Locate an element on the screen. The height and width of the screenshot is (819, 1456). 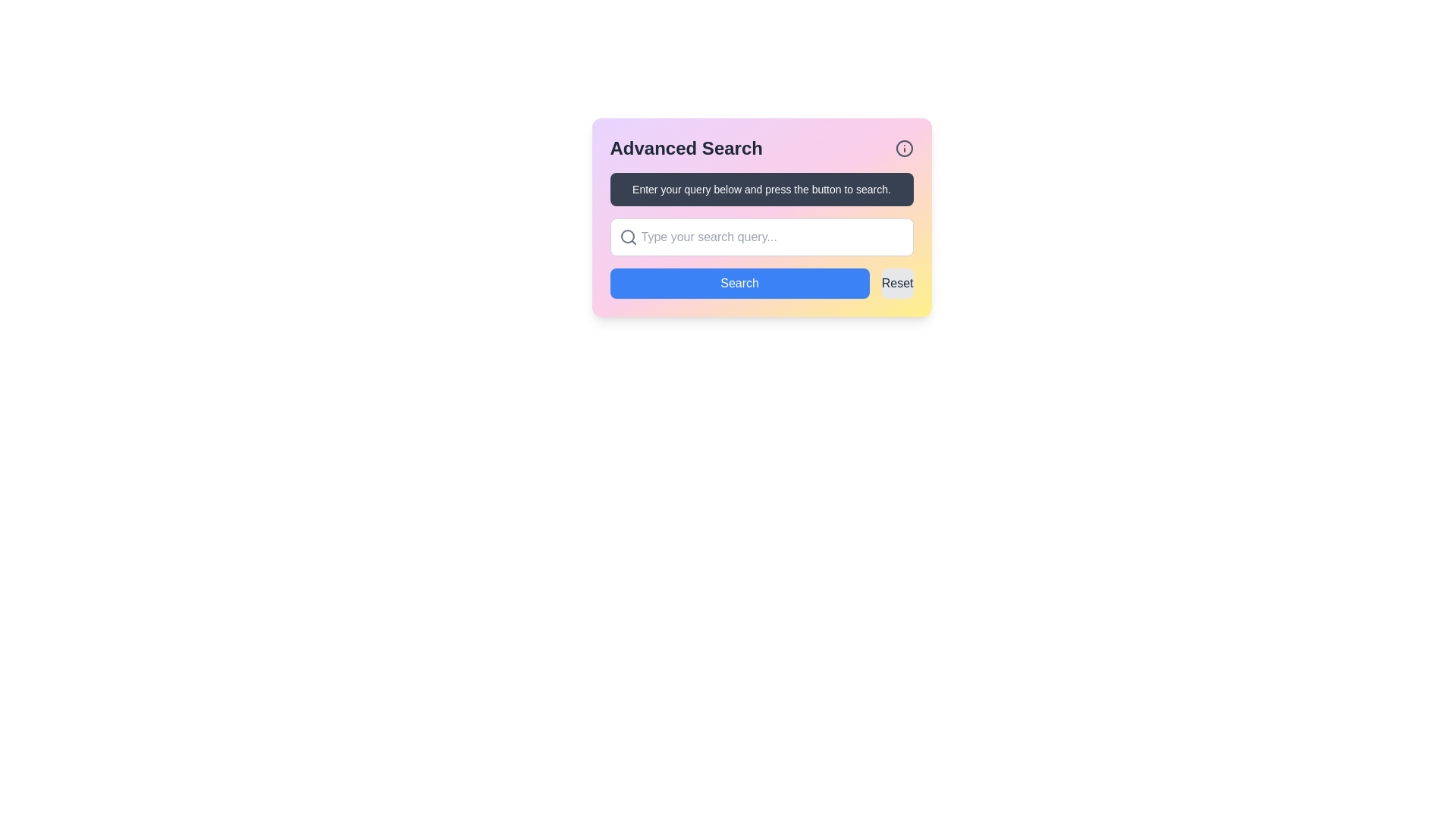
the 'Search' button with a blue background and white text located in the 'Advanced Search' dialog is located at coordinates (739, 284).